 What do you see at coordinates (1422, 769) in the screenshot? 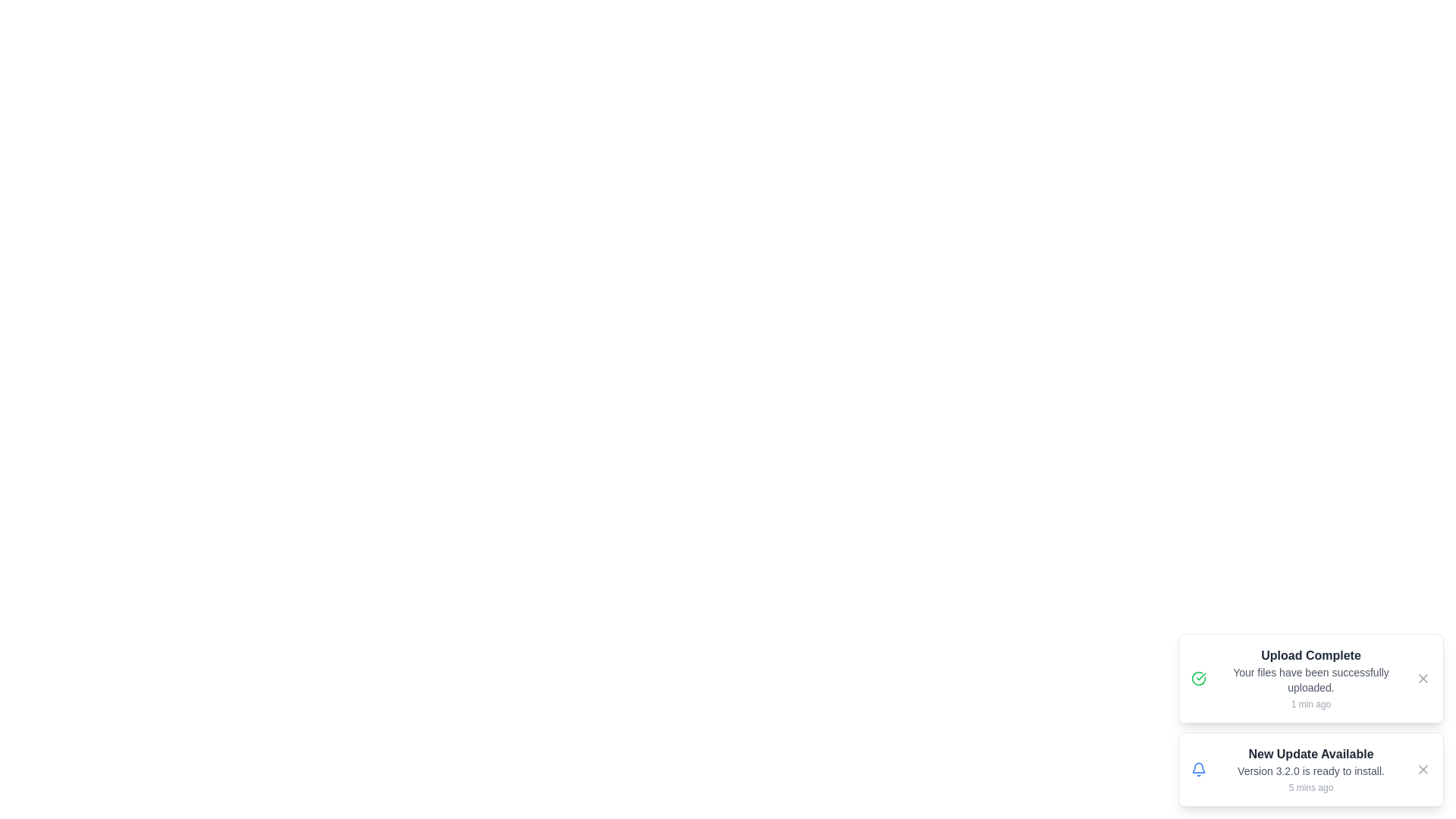
I see `the button in the top-right corner of the 'New Update Available' notification card` at bounding box center [1422, 769].